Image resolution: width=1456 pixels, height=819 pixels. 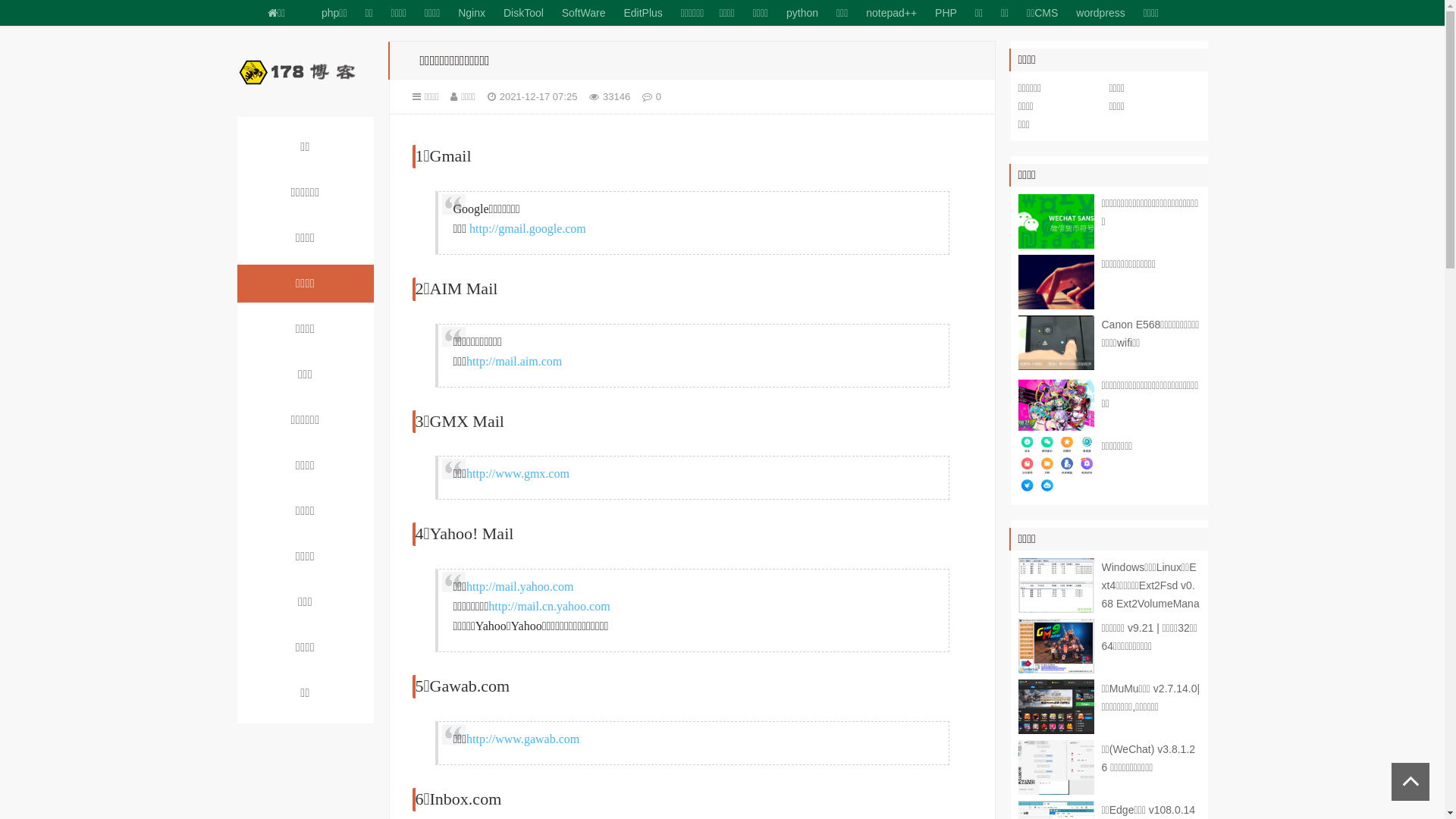 I want to click on 'http://mail.cn.yahoo.com', so click(x=548, y=605).